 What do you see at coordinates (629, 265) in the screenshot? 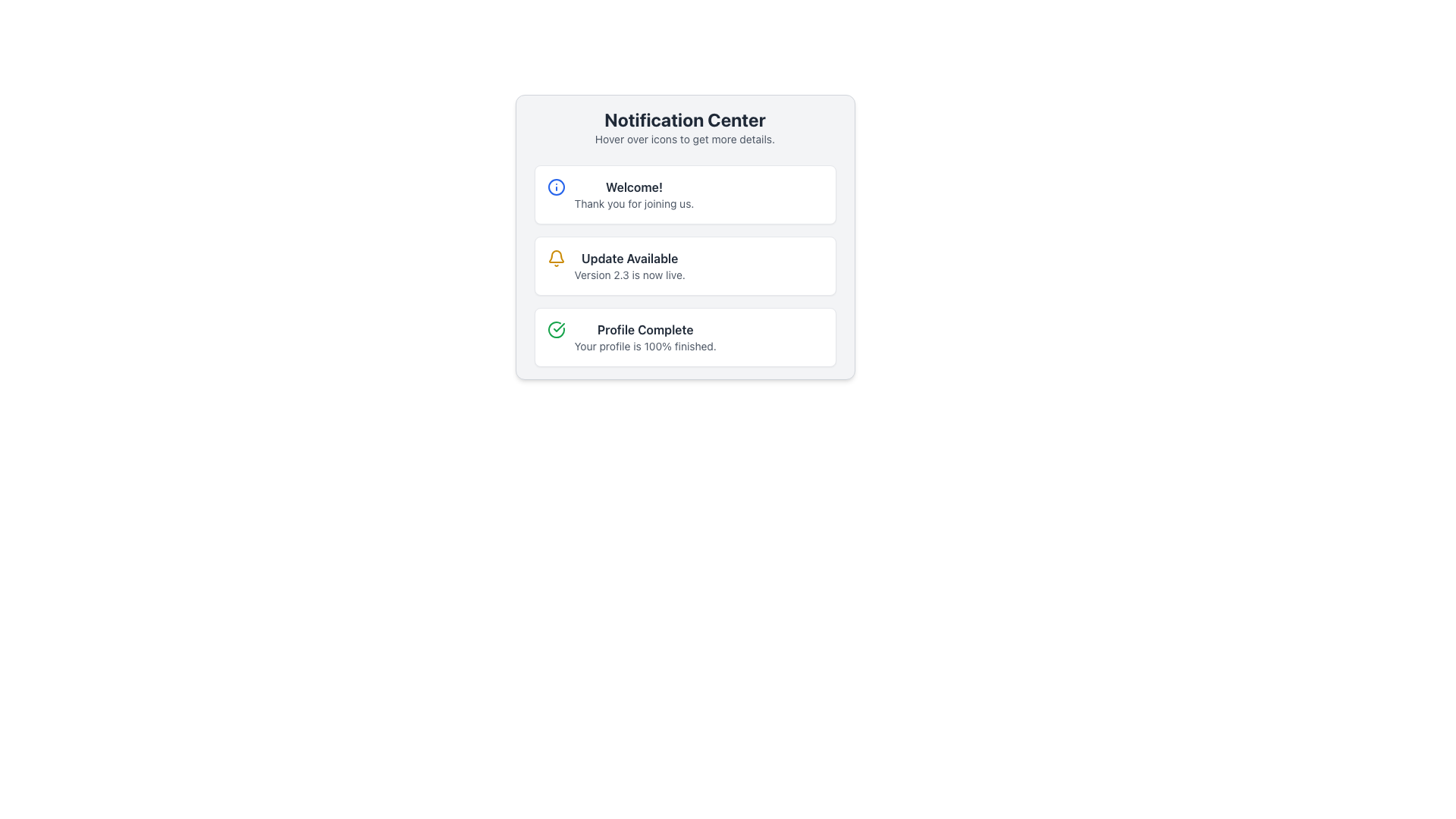
I see `the 'Update Available' notification text block, which features bold dark-grey text and a yellow bell icon, located in the middle of the notification panel` at bounding box center [629, 265].